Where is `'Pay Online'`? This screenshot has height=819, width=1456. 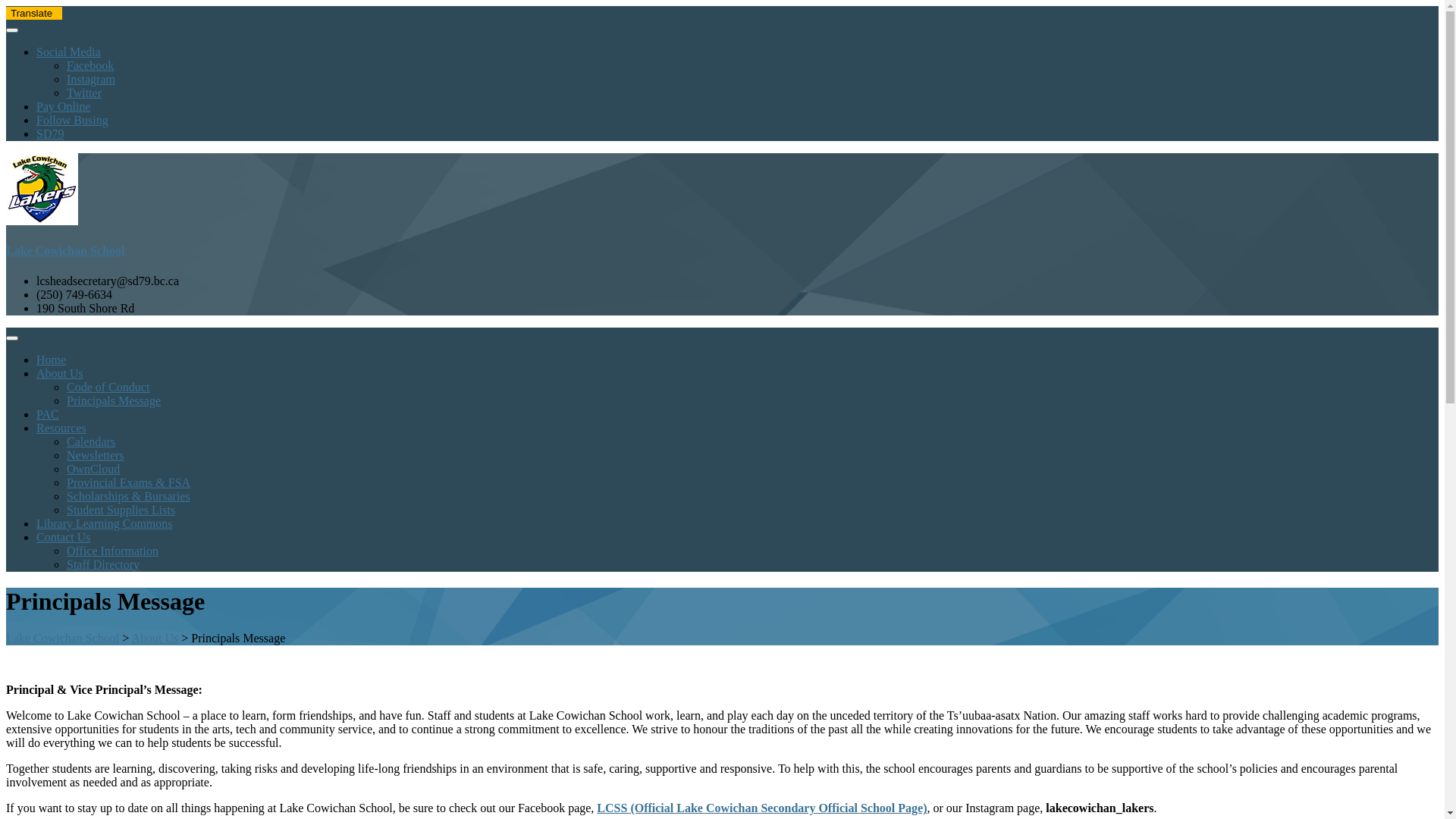 'Pay Online' is located at coordinates (62, 105).